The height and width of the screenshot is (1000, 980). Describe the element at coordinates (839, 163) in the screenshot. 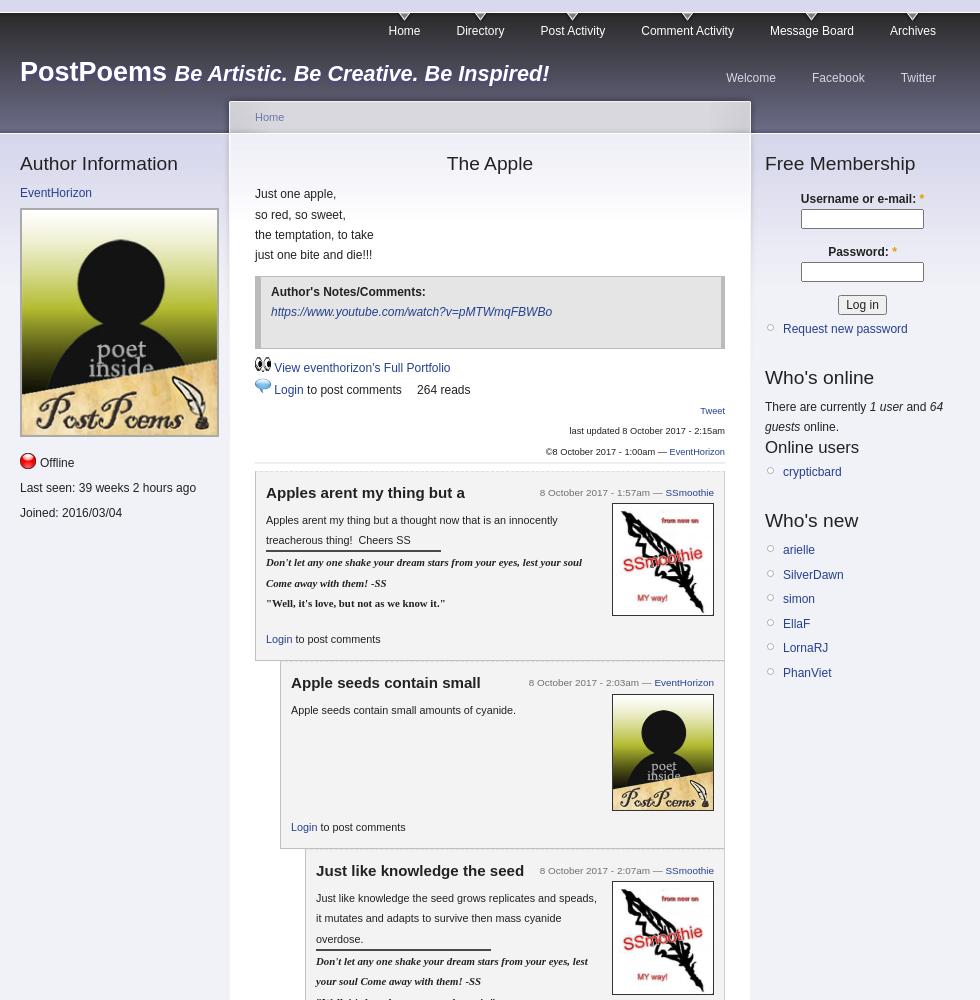

I see `'Free Membership'` at that location.